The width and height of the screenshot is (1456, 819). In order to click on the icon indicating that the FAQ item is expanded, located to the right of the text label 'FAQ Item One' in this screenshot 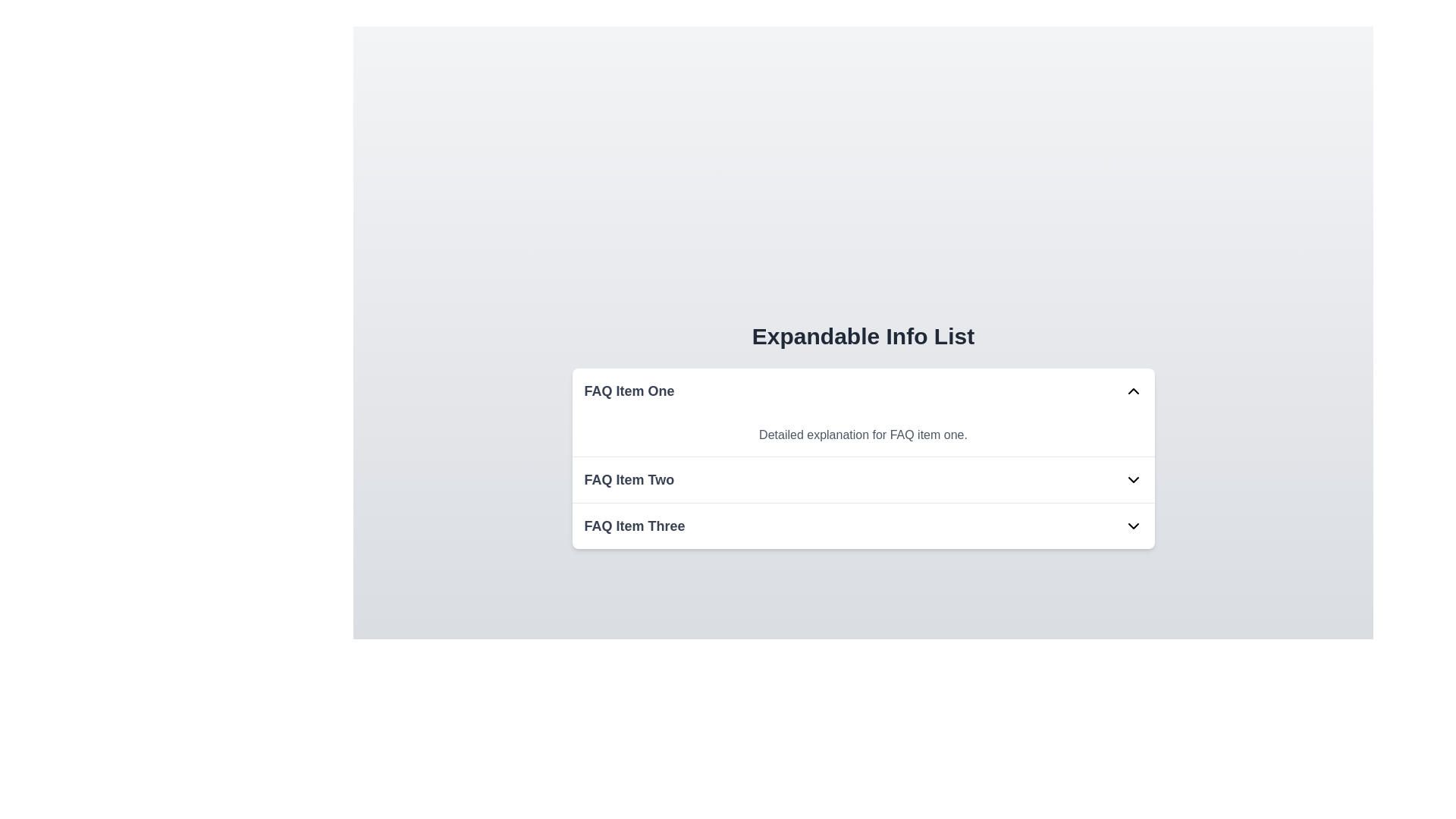, I will do `click(1133, 391)`.